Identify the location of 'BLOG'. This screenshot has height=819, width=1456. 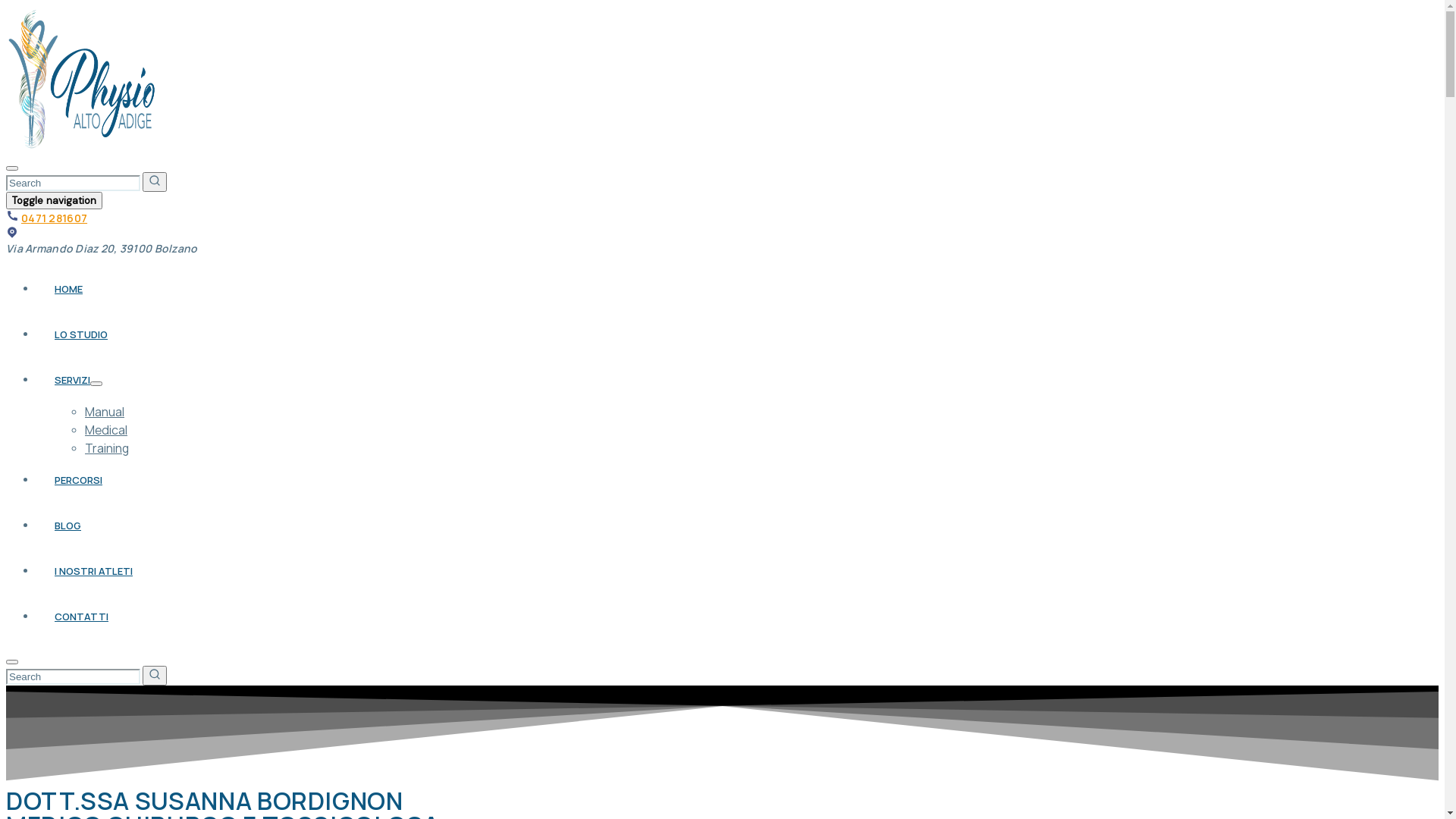
(67, 525).